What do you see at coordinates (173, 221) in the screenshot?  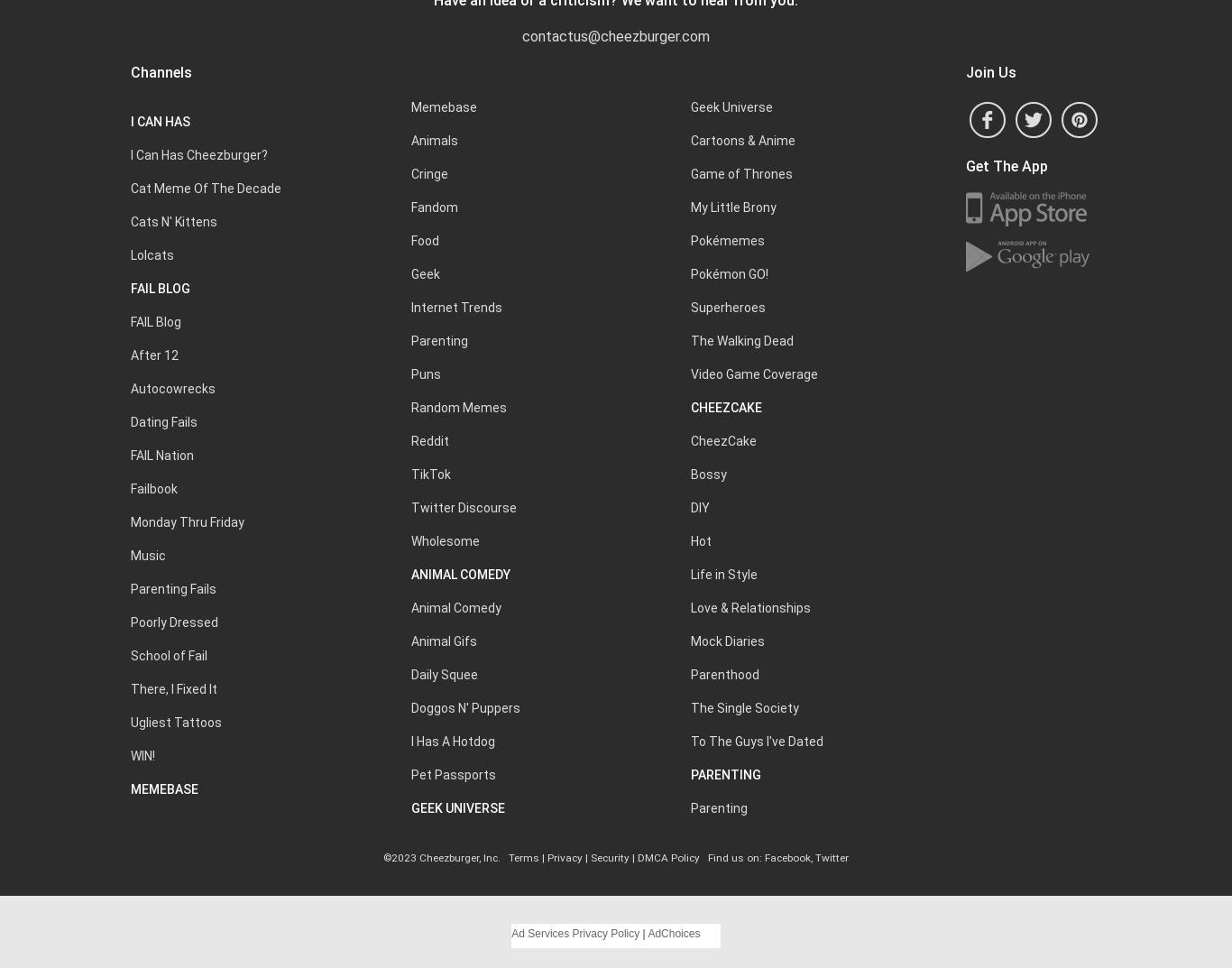 I see `'Cats N' Kittens'` at bounding box center [173, 221].